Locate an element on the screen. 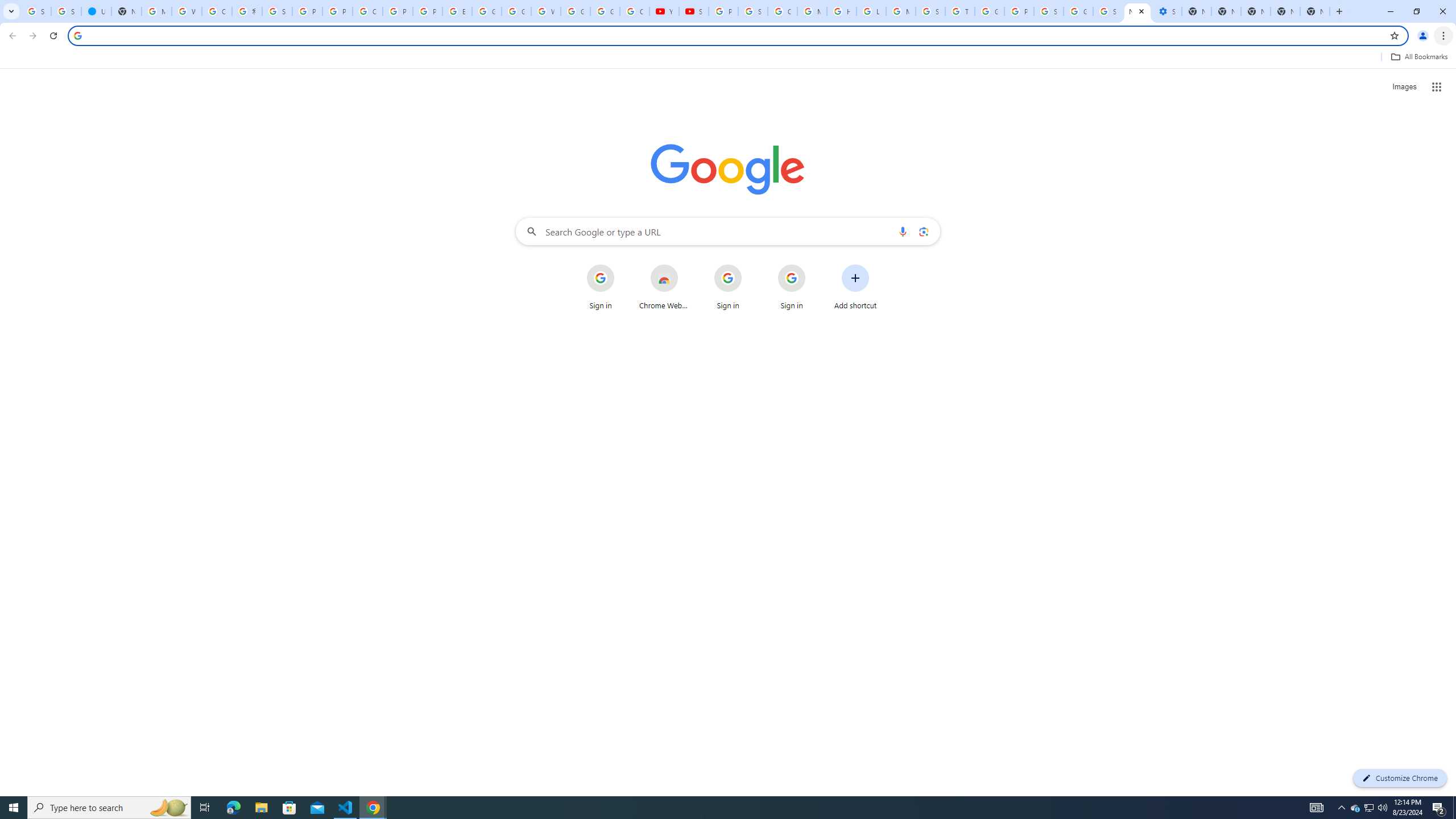 The height and width of the screenshot is (819, 1456). 'Who is my administrator? - Google Account Help' is located at coordinates (185, 11).